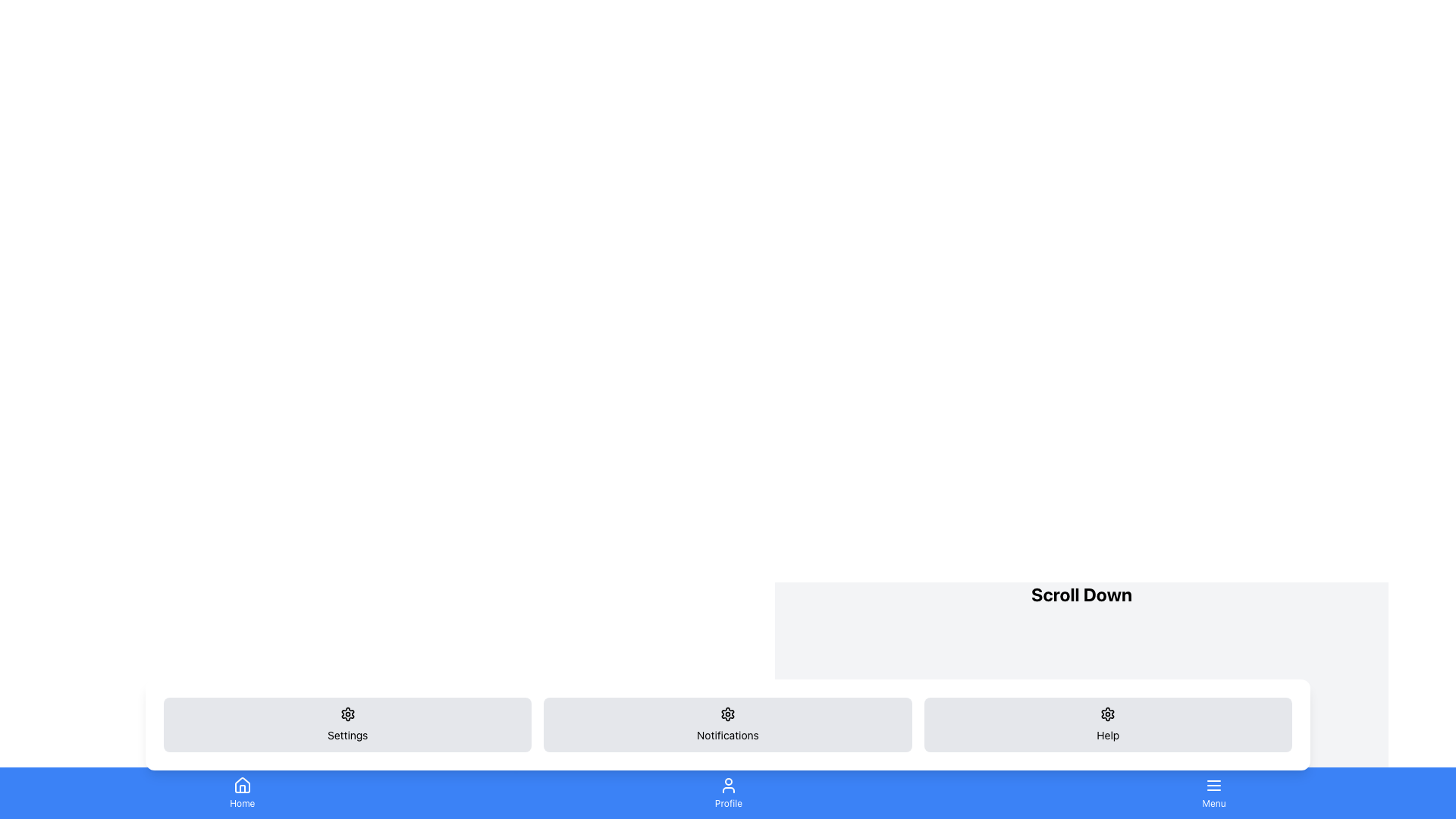  Describe the element at coordinates (241, 803) in the screenshot. I see `the 'Home' static text label located in the bottom navigation bar under the house-shaped icon` at that location.